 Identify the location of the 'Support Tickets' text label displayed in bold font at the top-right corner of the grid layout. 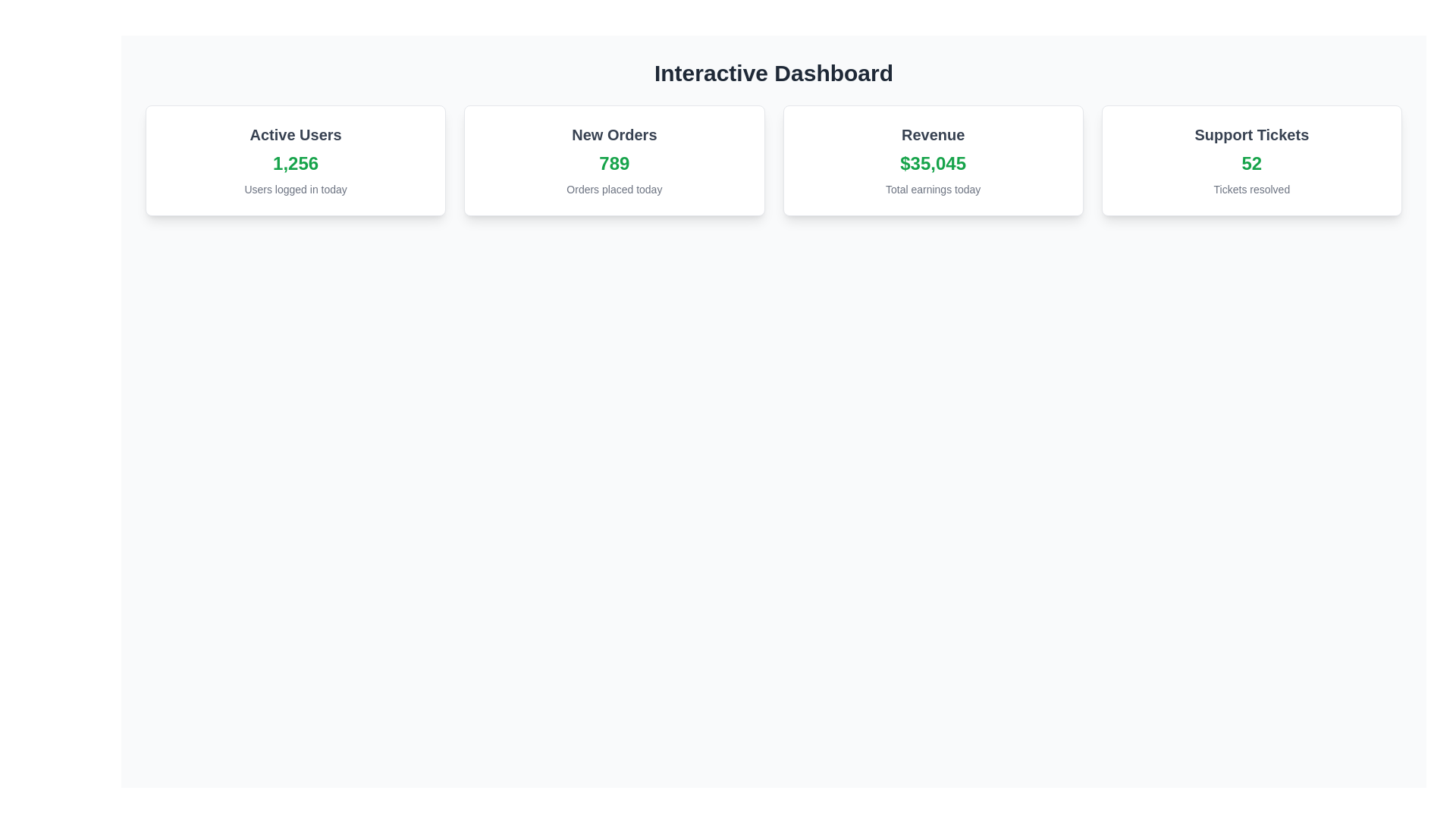
(1251, 133).